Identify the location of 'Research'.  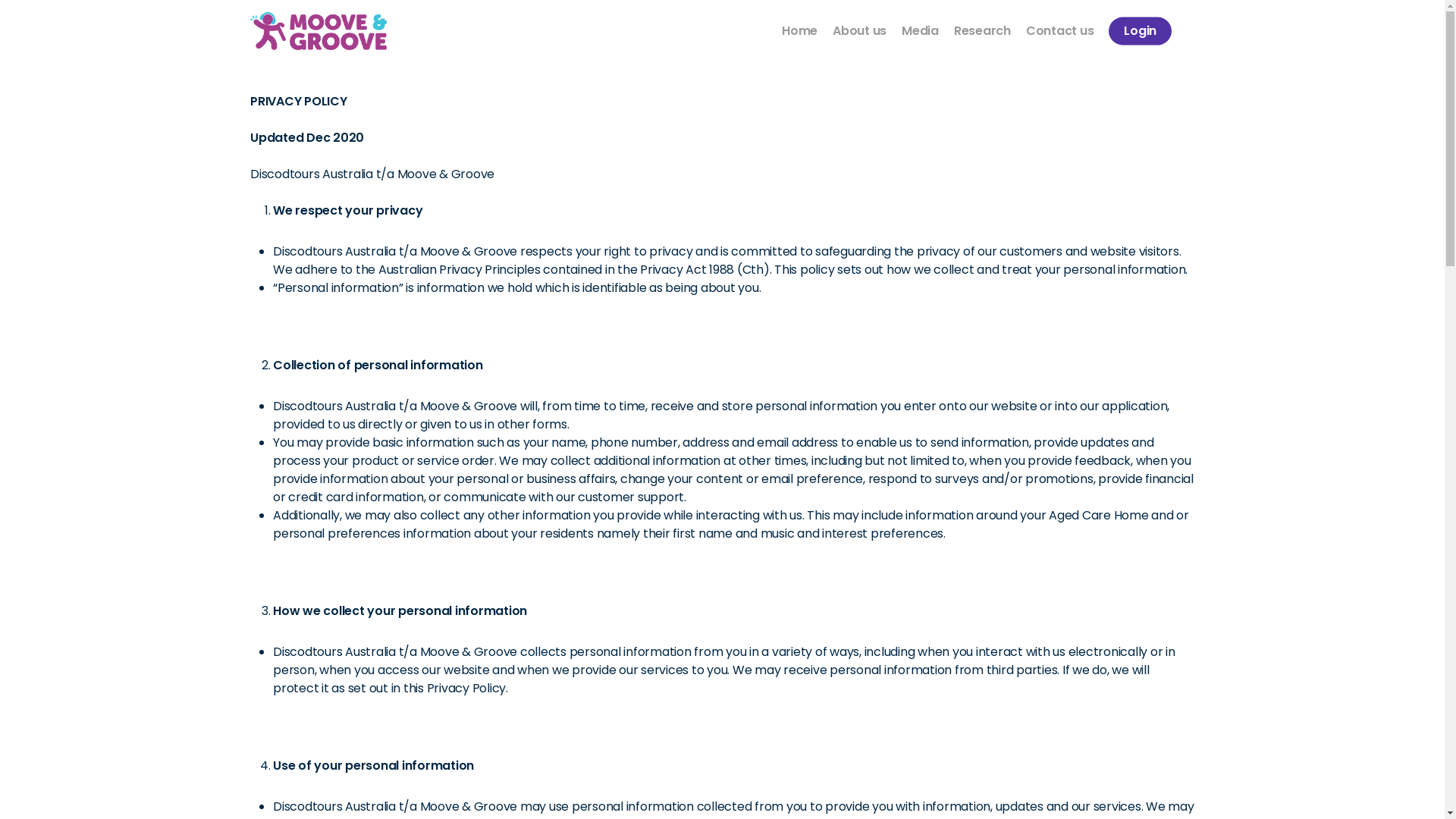
(952, 31).